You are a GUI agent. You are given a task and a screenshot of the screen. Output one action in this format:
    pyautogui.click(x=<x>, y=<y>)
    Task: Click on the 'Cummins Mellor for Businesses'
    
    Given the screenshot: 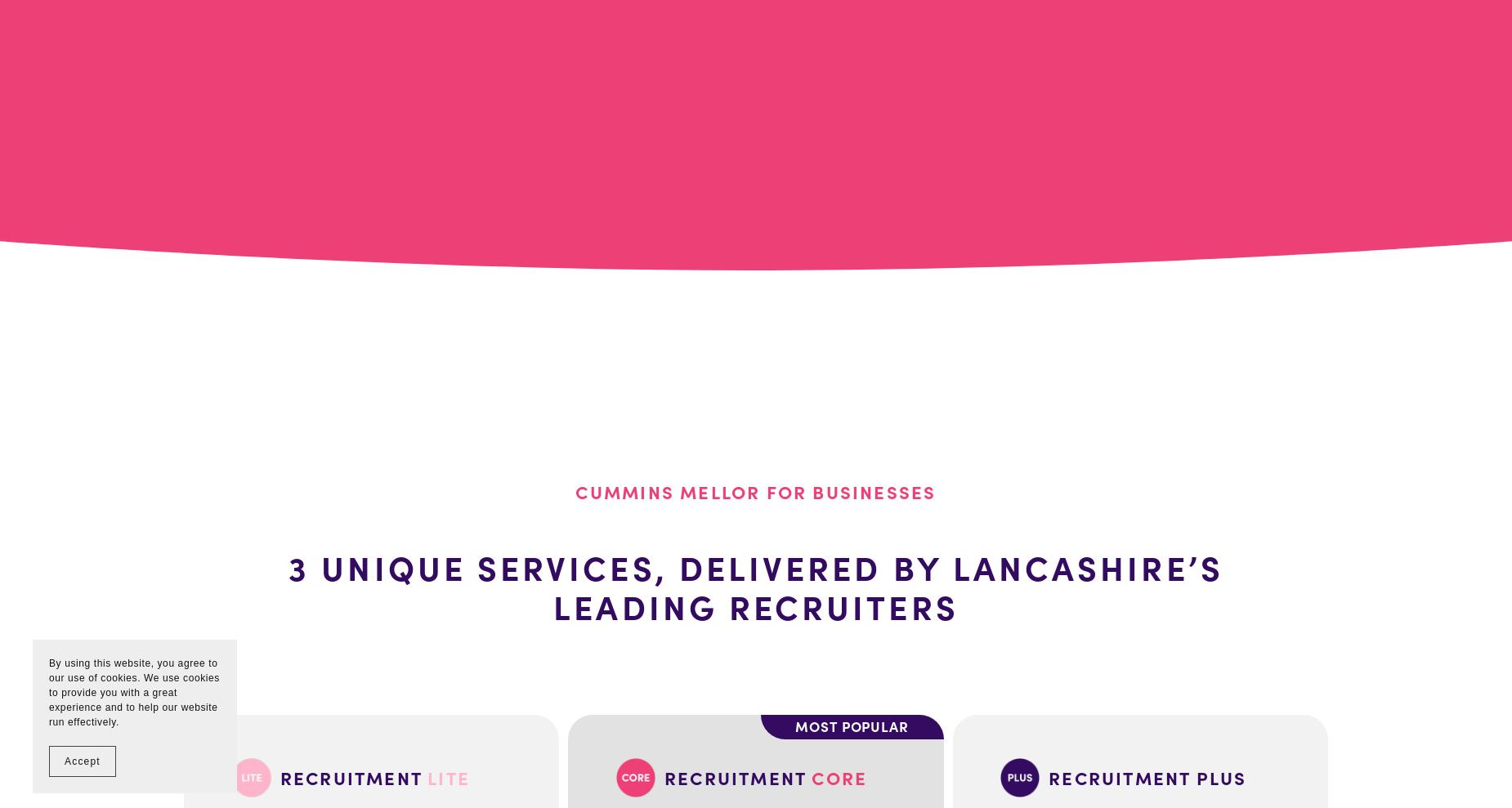 What is the action you would take?
    pyautogui.click(x=755, y=489)
    